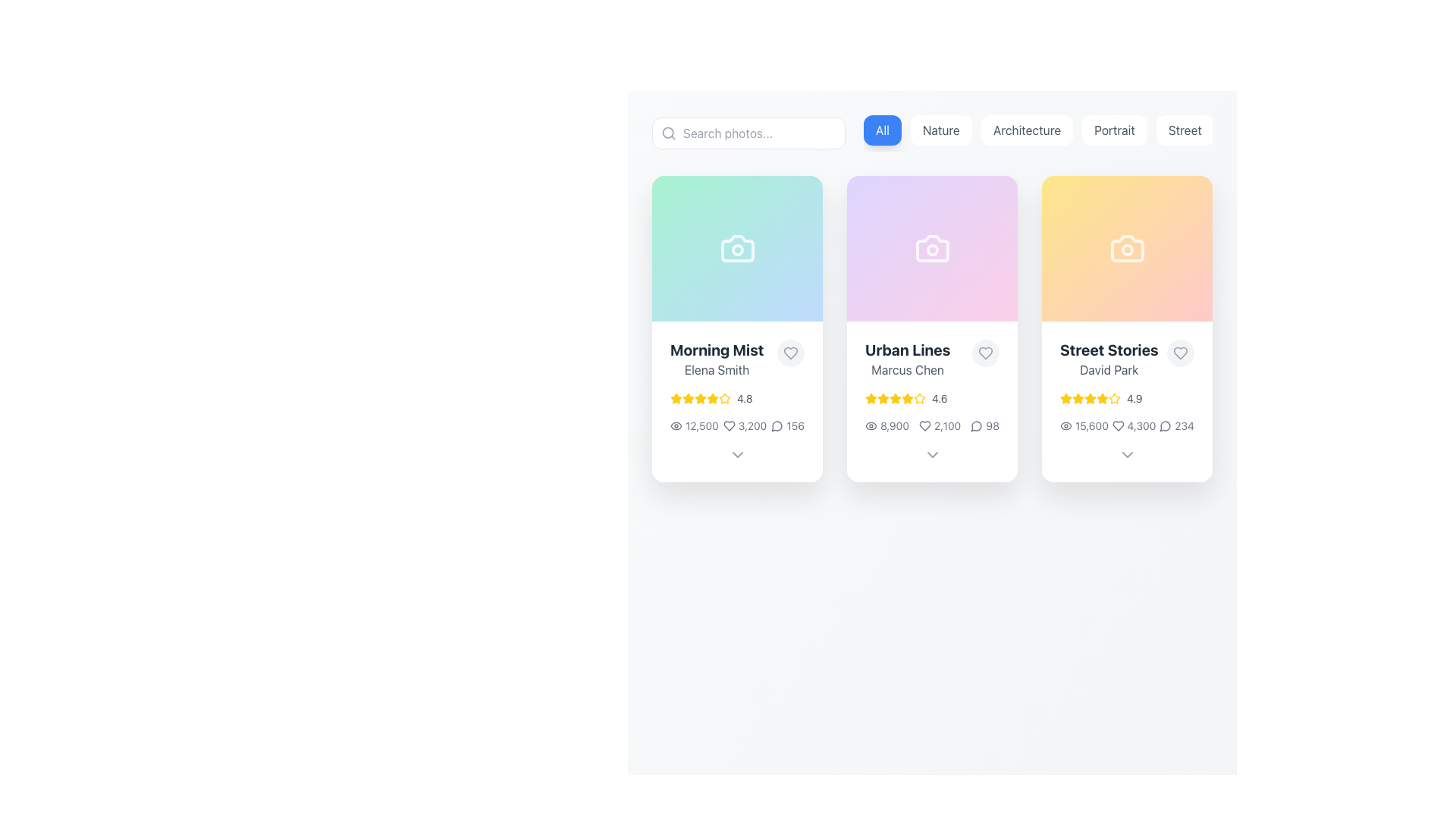  Describe the element at coordinates (676, 426) in the screenshot. I see `the eye-shaped icon located just left of the text '12,500' in the lower section of the leftmost card` at that location.